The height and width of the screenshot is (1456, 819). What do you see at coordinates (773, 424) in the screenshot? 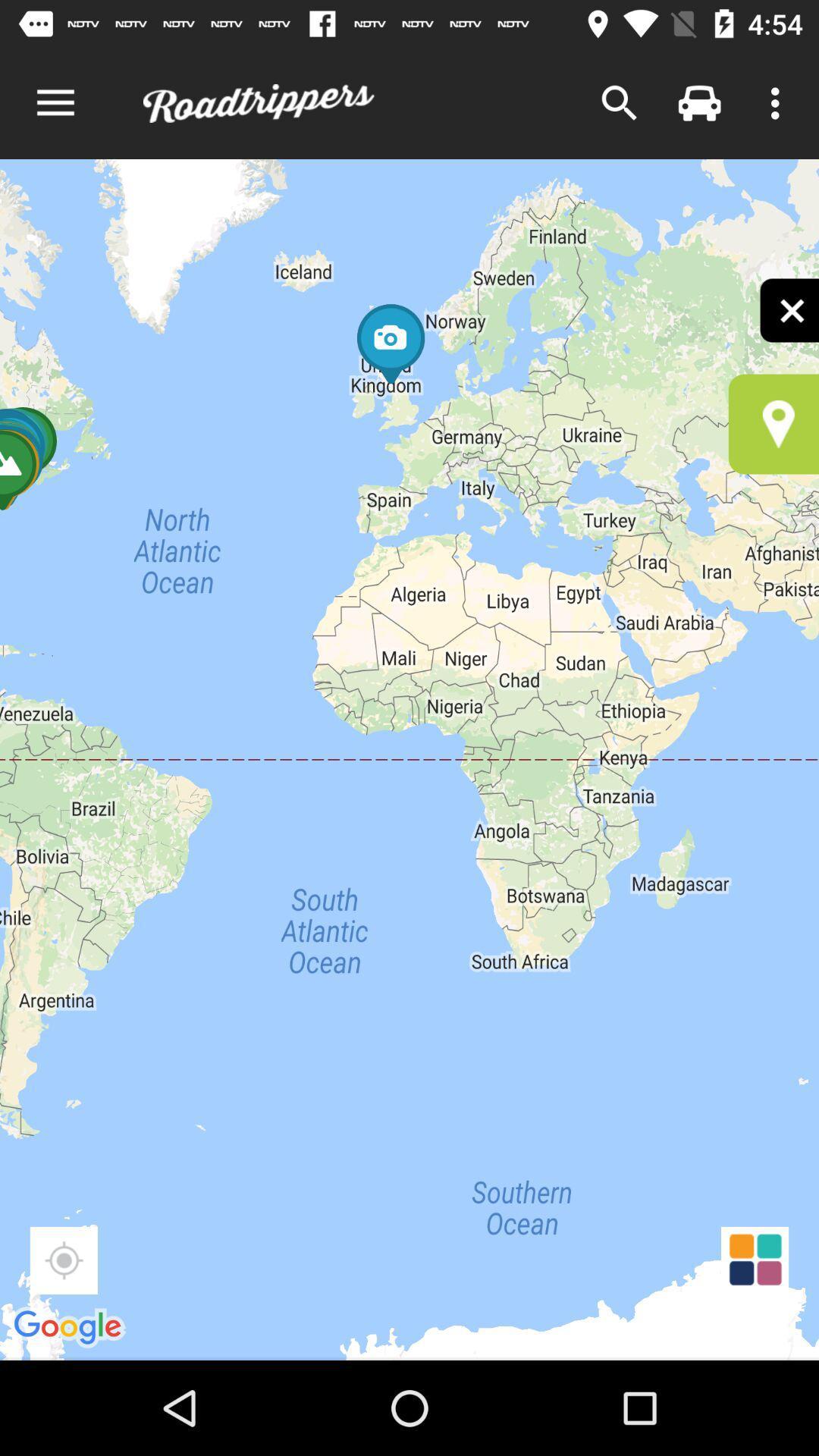
I see `place a map pin` at bounding box center [773, 424].